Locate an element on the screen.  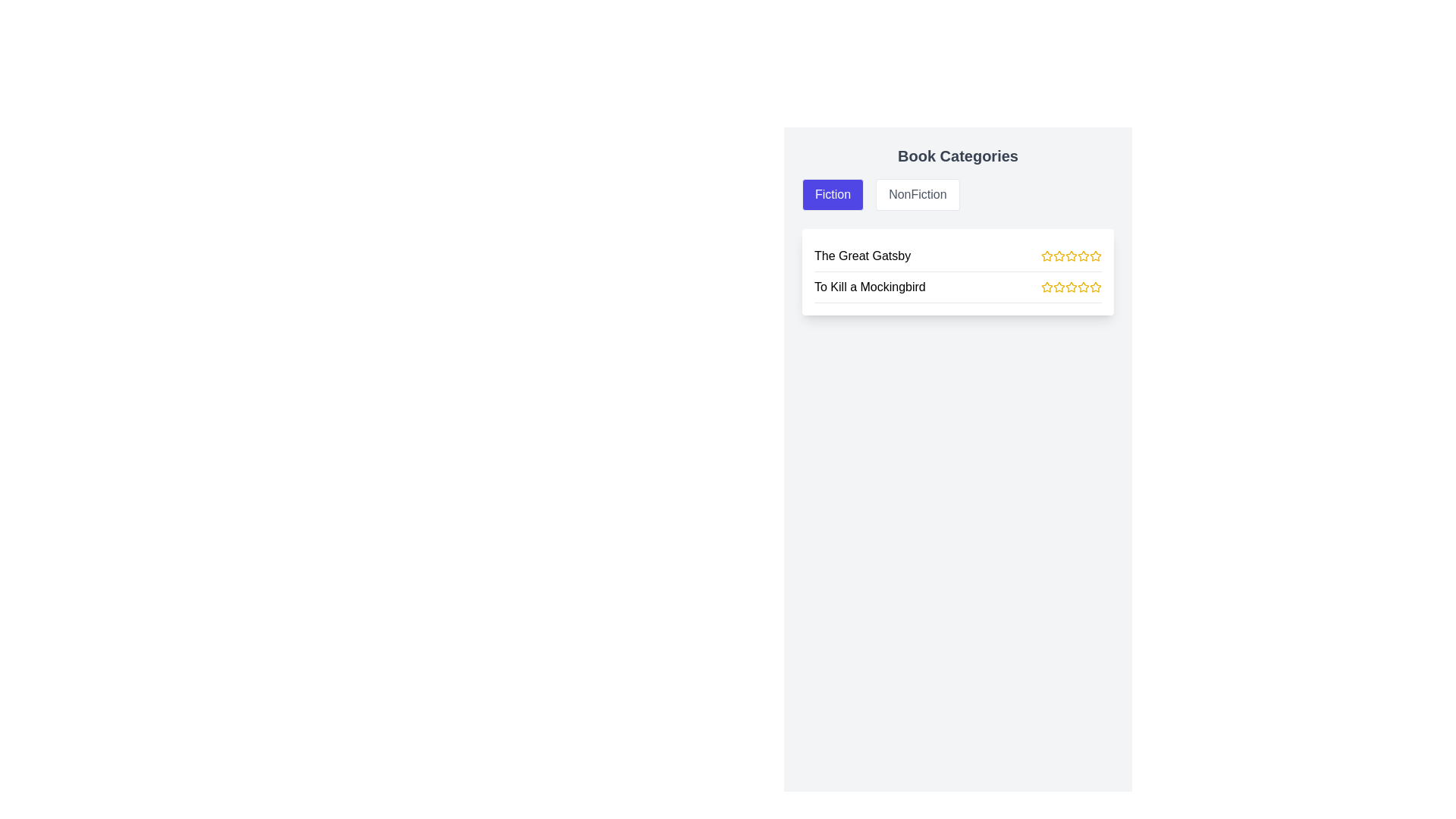
the fifth gold outlined star icon in the rating system for 'The Great Gatsby' is located at coordinates (1095, 255).